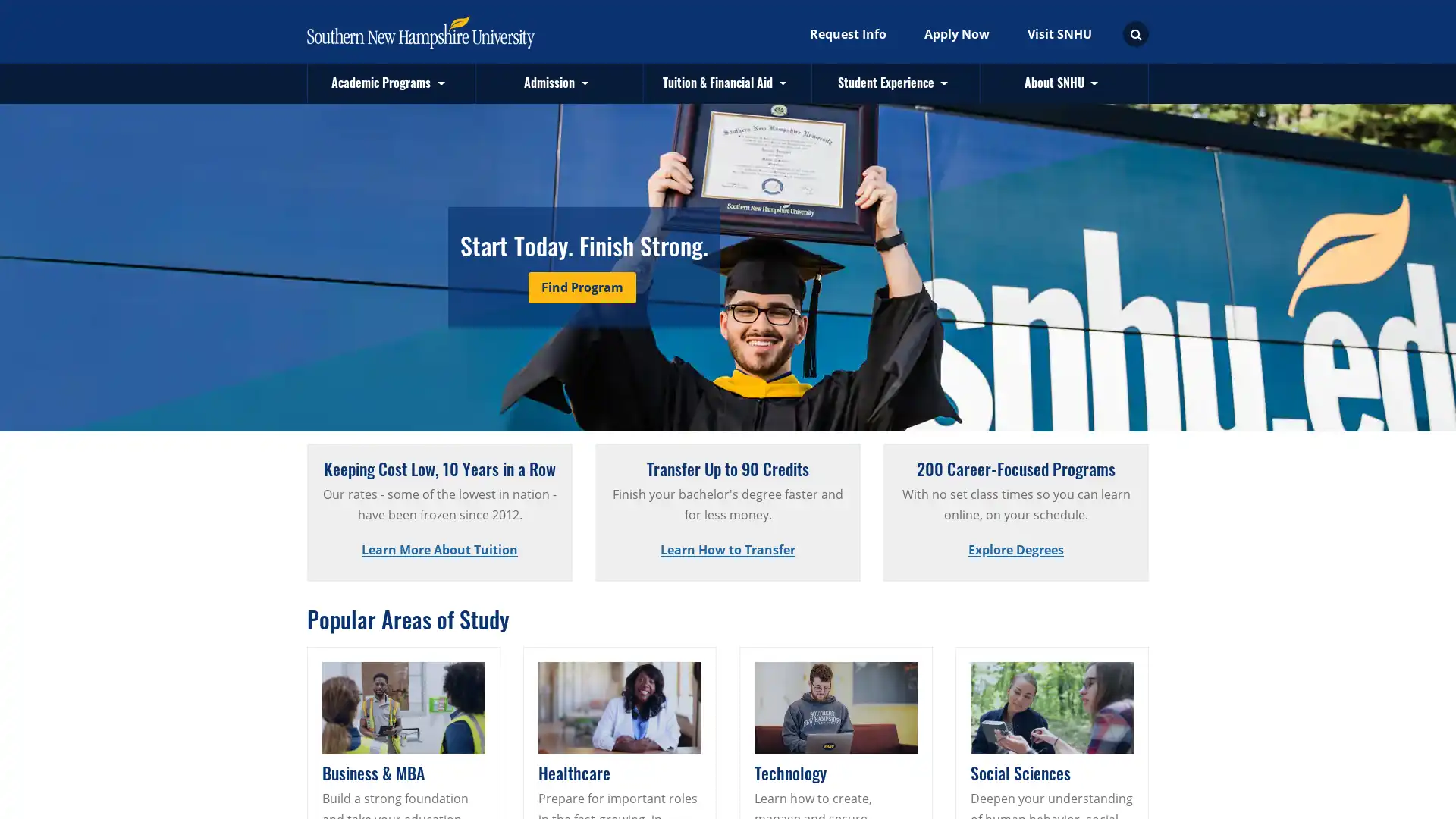  What do you see at coordinates (1015, 550) in the screenshot?
I see `Explore Degrees` at bounding box center [1015, 550].